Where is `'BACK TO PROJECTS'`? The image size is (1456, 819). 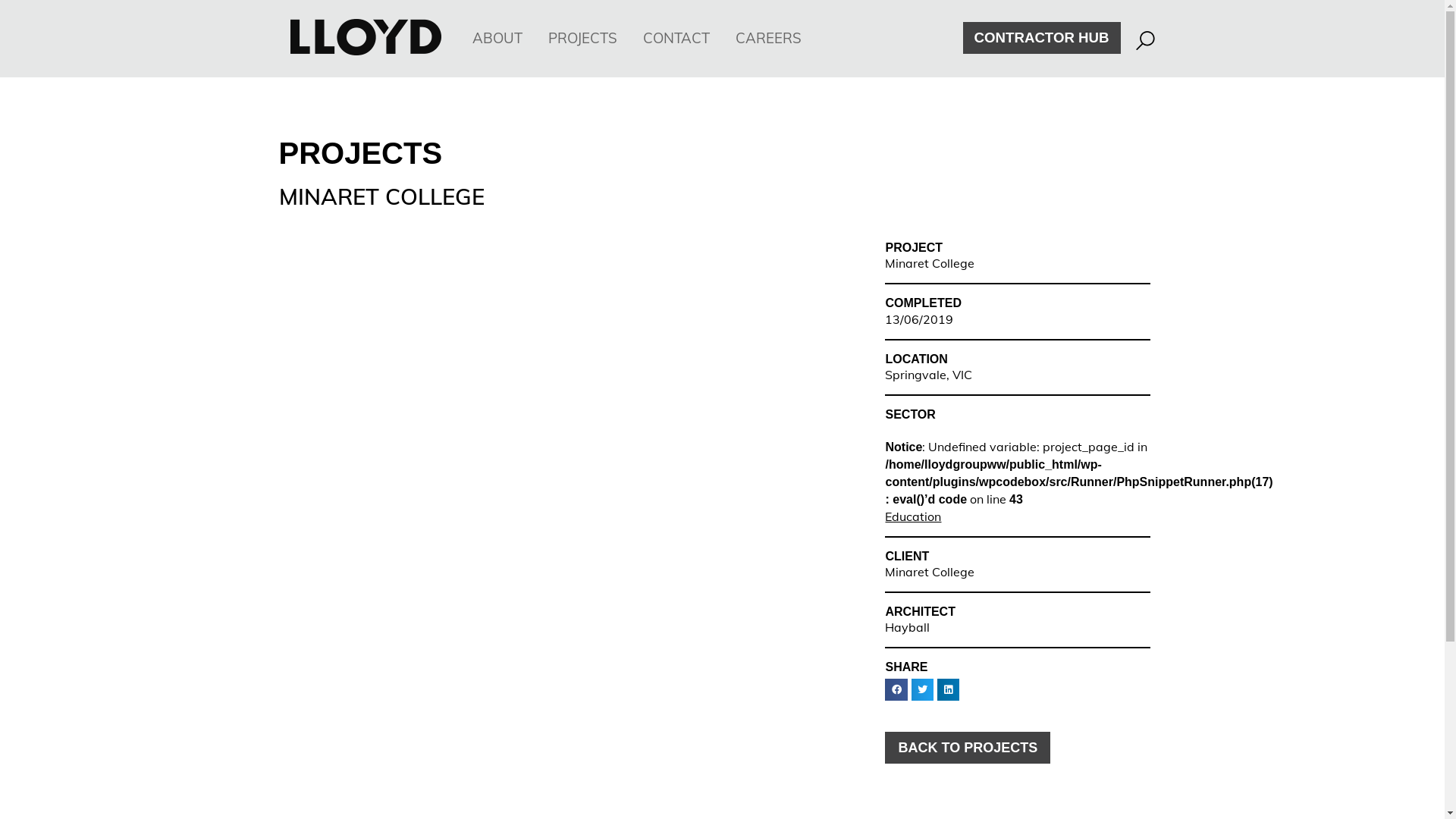 'BACK TO PROJECTS' is located at coordinates (967, 747).